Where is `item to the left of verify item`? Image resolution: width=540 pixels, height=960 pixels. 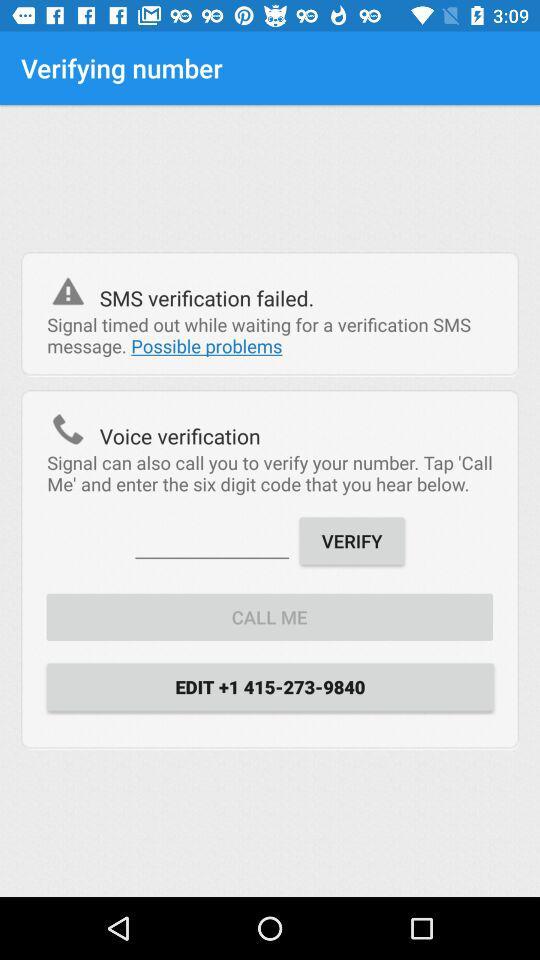 item to the left of verify item is located at coordinates (211, 538).